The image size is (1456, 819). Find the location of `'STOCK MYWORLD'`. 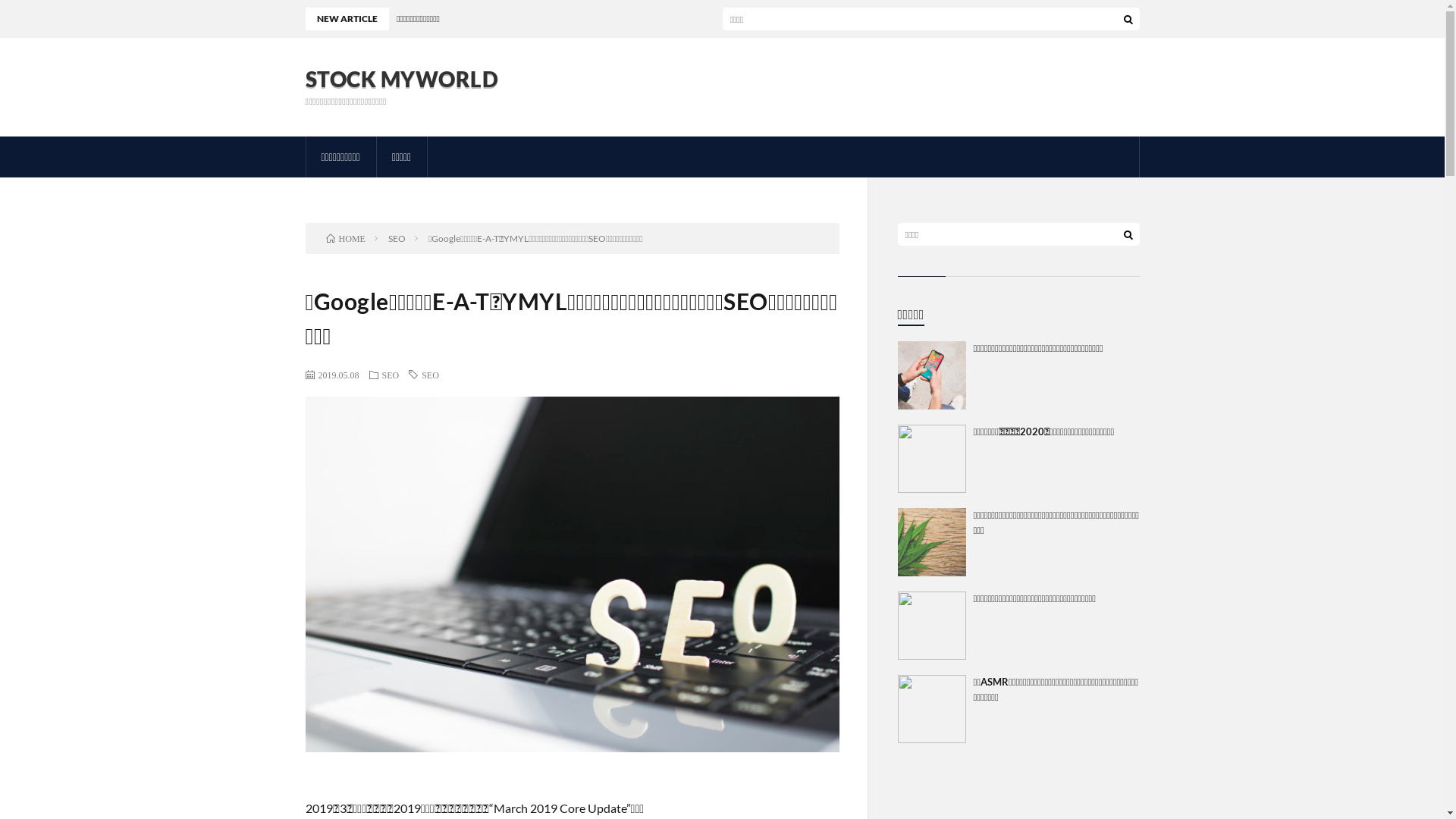

'STOCK MYWORLD' is located at coordinates (401, 79).